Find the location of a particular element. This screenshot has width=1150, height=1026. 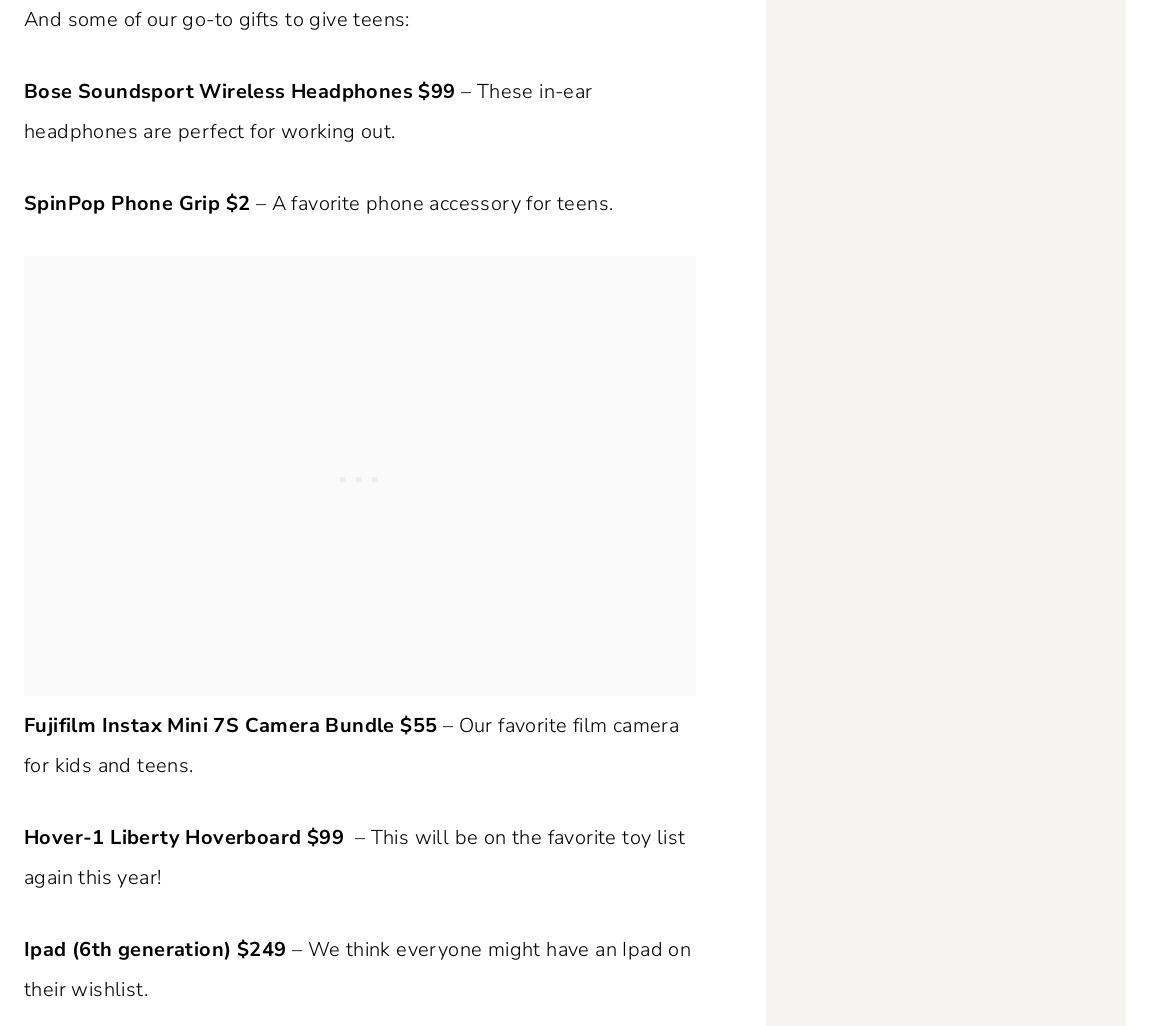

'$55' is located at coordinates (418, 725).